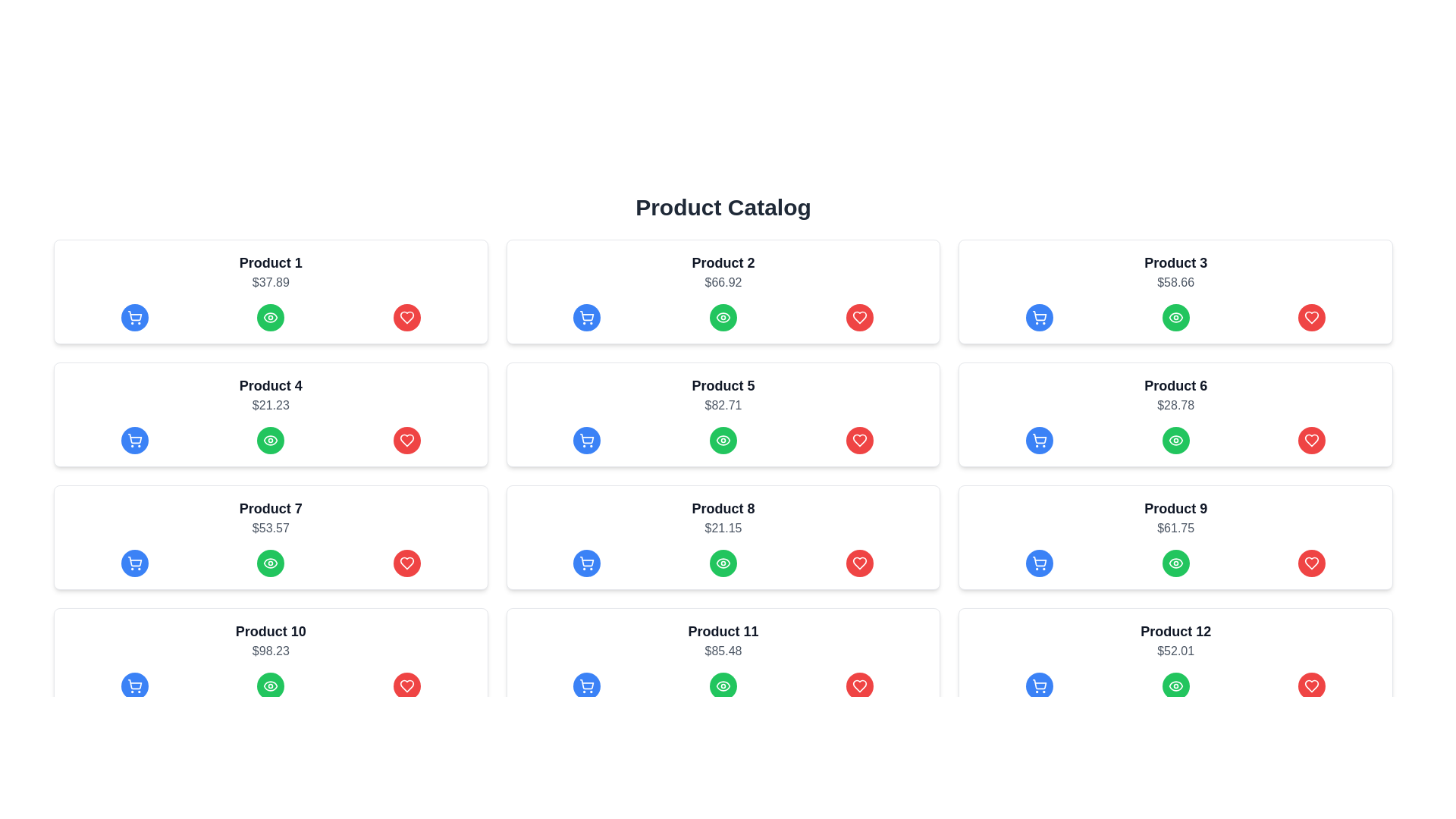  I want to click on the circular button with a red background and a white heart icon, located at the bottom-right corner of the interface corresponding to 'Product 12', to change its appearance, so click(1311, 686).